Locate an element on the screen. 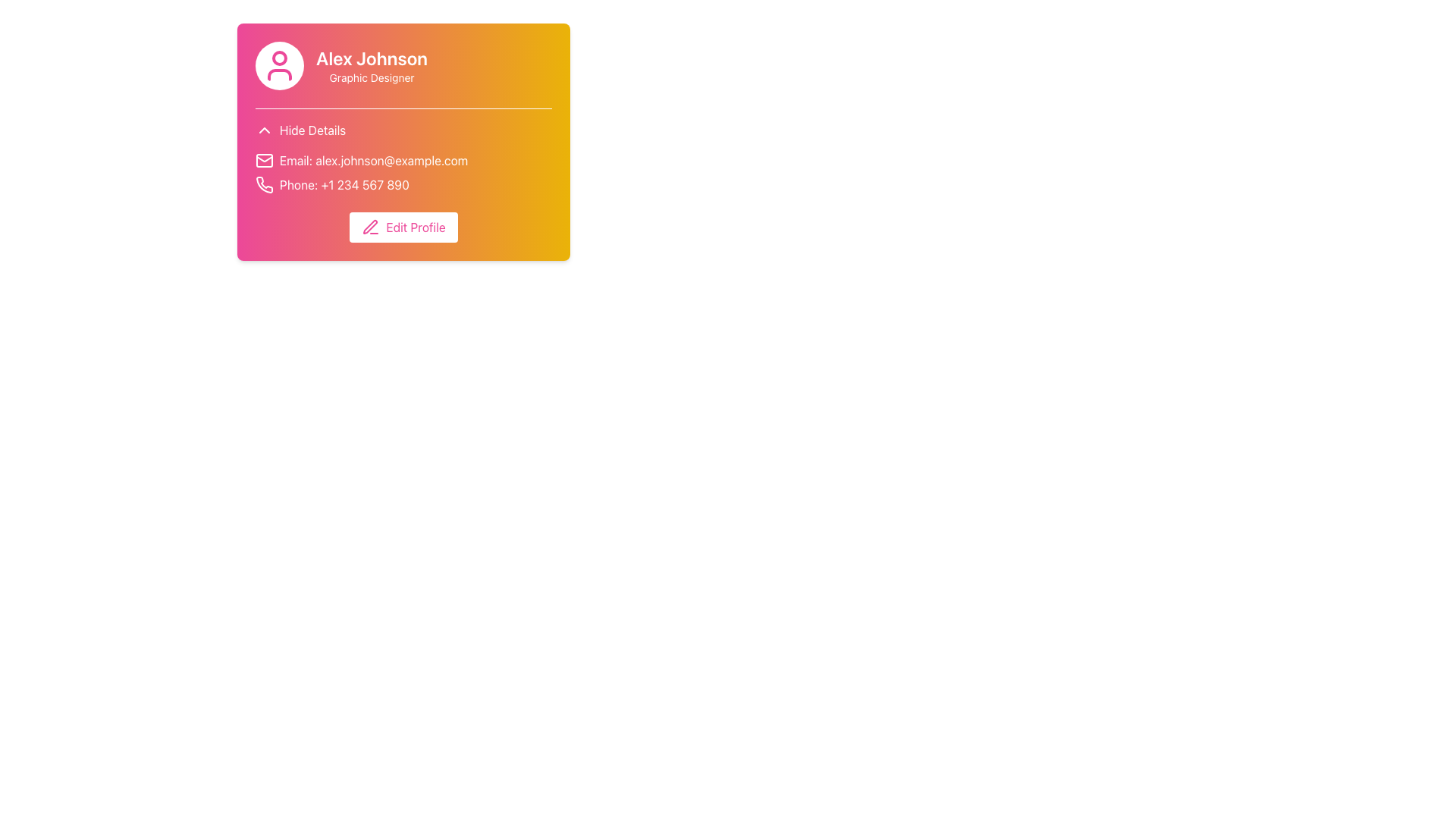 Image resolution: width=1456 pixels, height=819 pixels. the pink 'Edit Profile' button containing the pen icon located at the bottom-center of the profile card is located at coordinates (371, 227).